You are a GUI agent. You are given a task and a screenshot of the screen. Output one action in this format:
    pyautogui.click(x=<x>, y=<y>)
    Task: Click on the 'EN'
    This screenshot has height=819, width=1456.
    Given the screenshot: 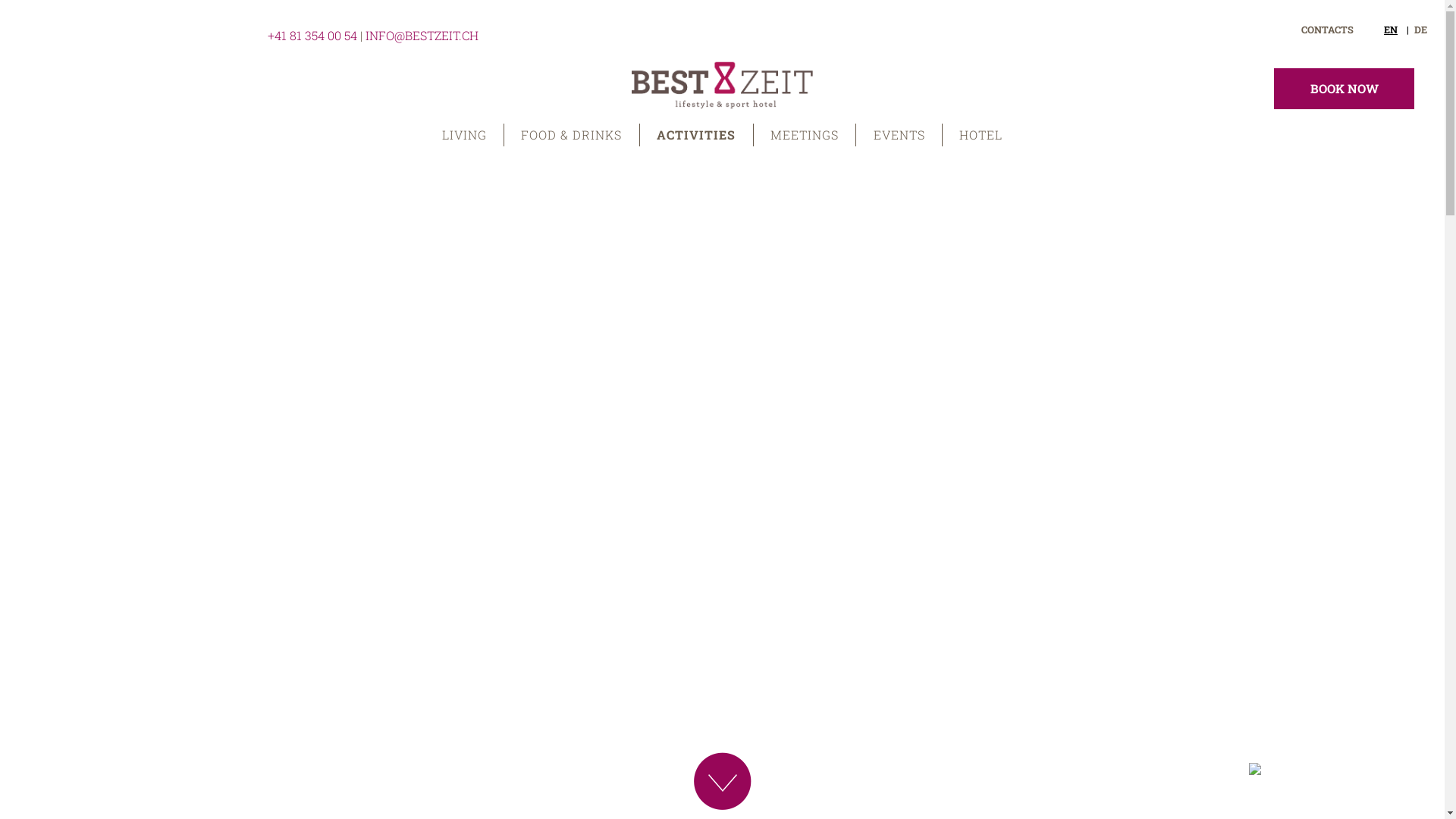 What is the action you would take?
    pyautogui.click(x=1420, y=29)
    